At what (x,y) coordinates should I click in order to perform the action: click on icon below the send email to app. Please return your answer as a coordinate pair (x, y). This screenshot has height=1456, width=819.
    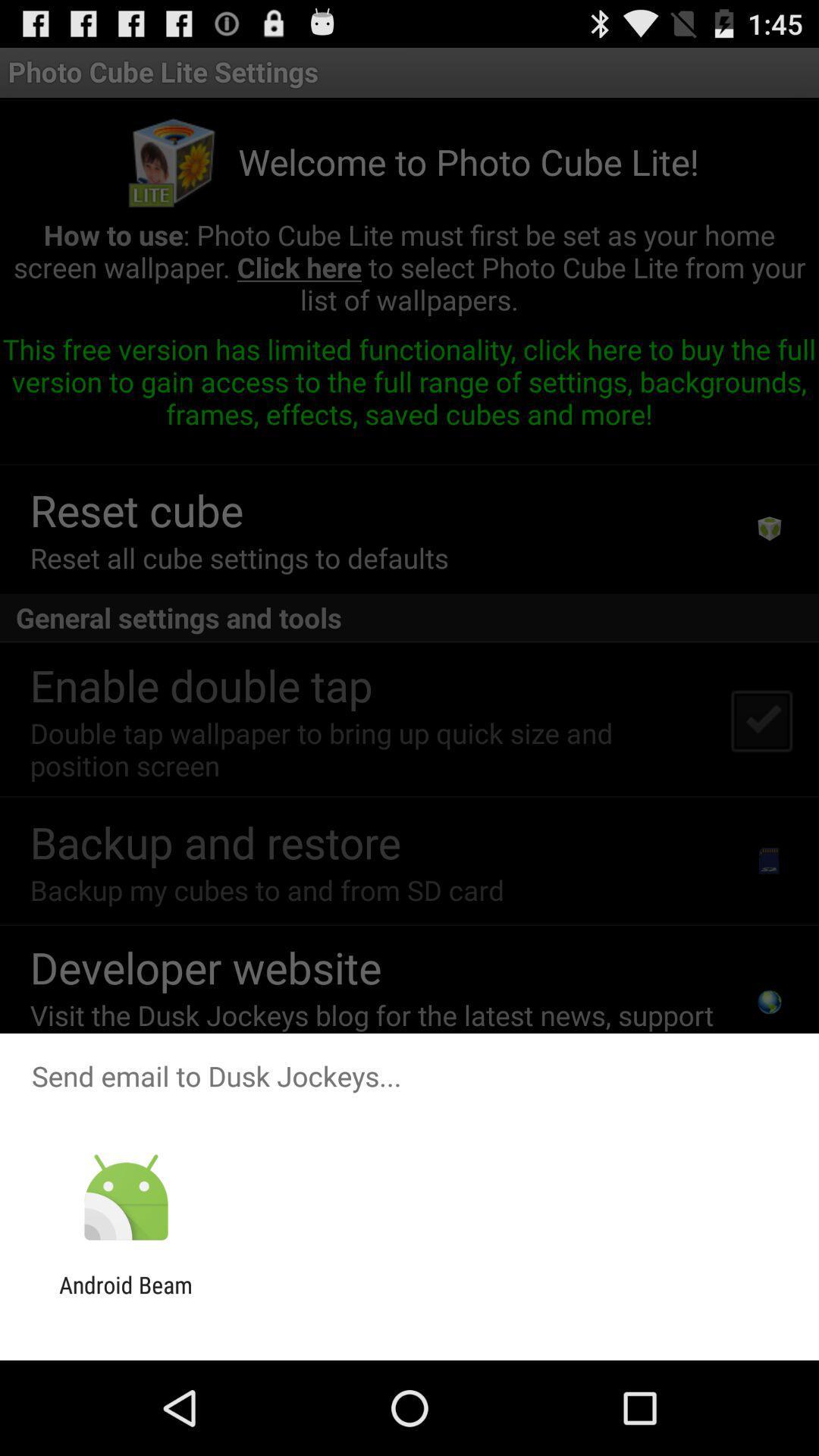
    Looking at the image, I should click on (125, 1197).